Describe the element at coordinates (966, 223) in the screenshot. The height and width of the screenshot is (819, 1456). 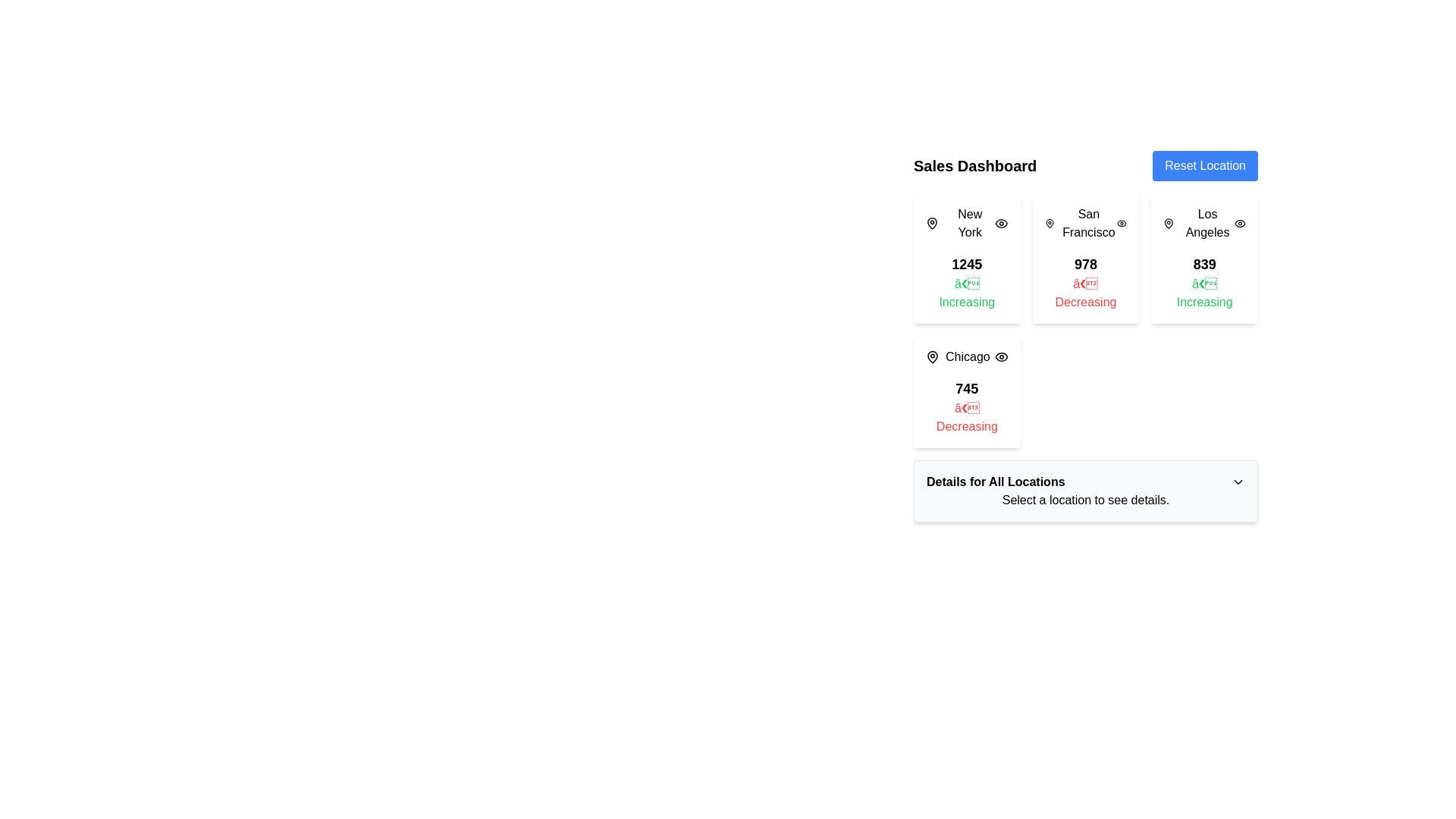
I see `the location marker icon on the left of the 'New York' text label` at that location.